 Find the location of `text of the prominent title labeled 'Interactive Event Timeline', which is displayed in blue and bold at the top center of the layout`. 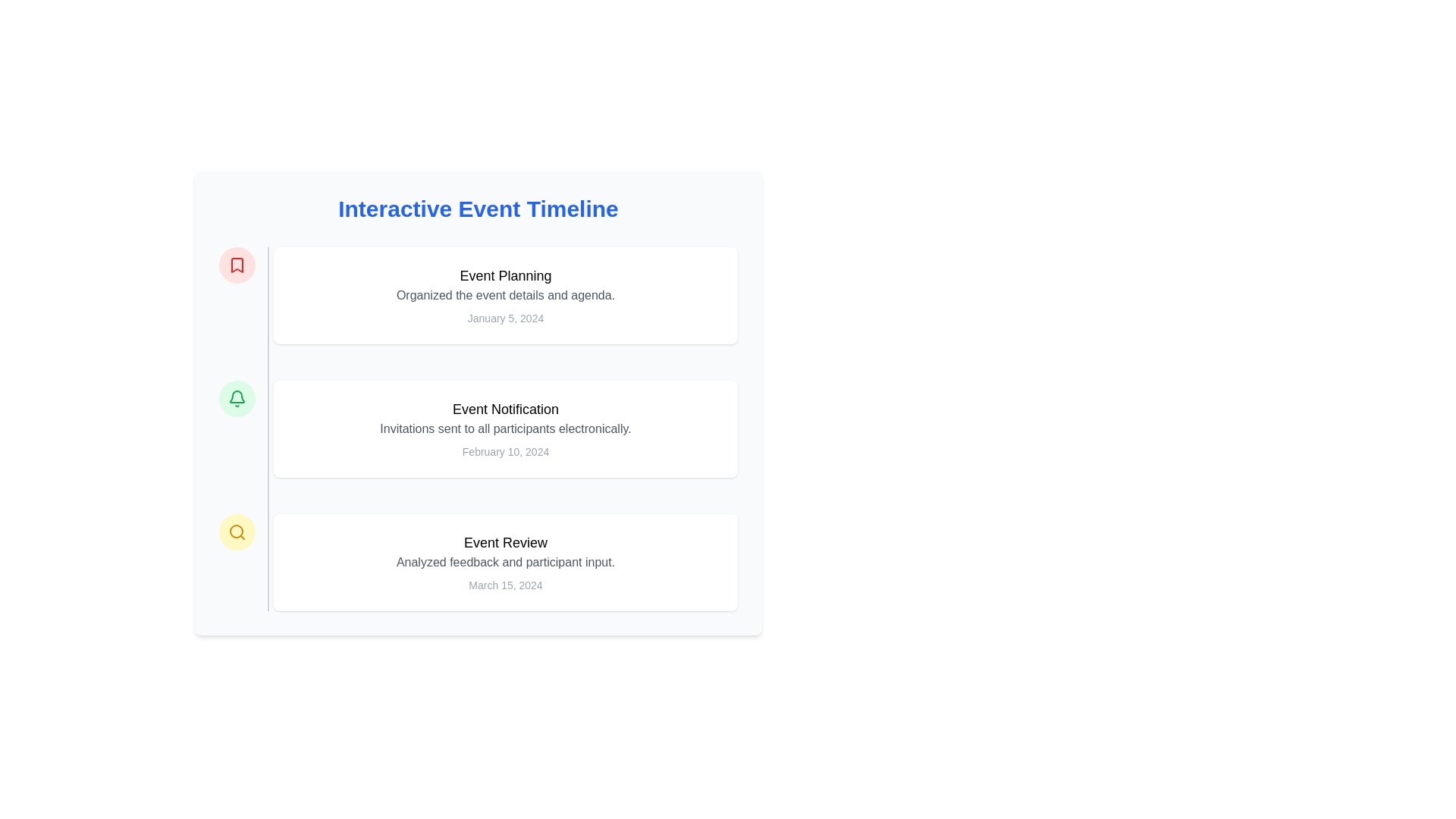

text of the prominent title labeled 'Interactive Event Timeline', which is displayed in blue and bold at the top center of the layout is located at coordinates (477, 209).